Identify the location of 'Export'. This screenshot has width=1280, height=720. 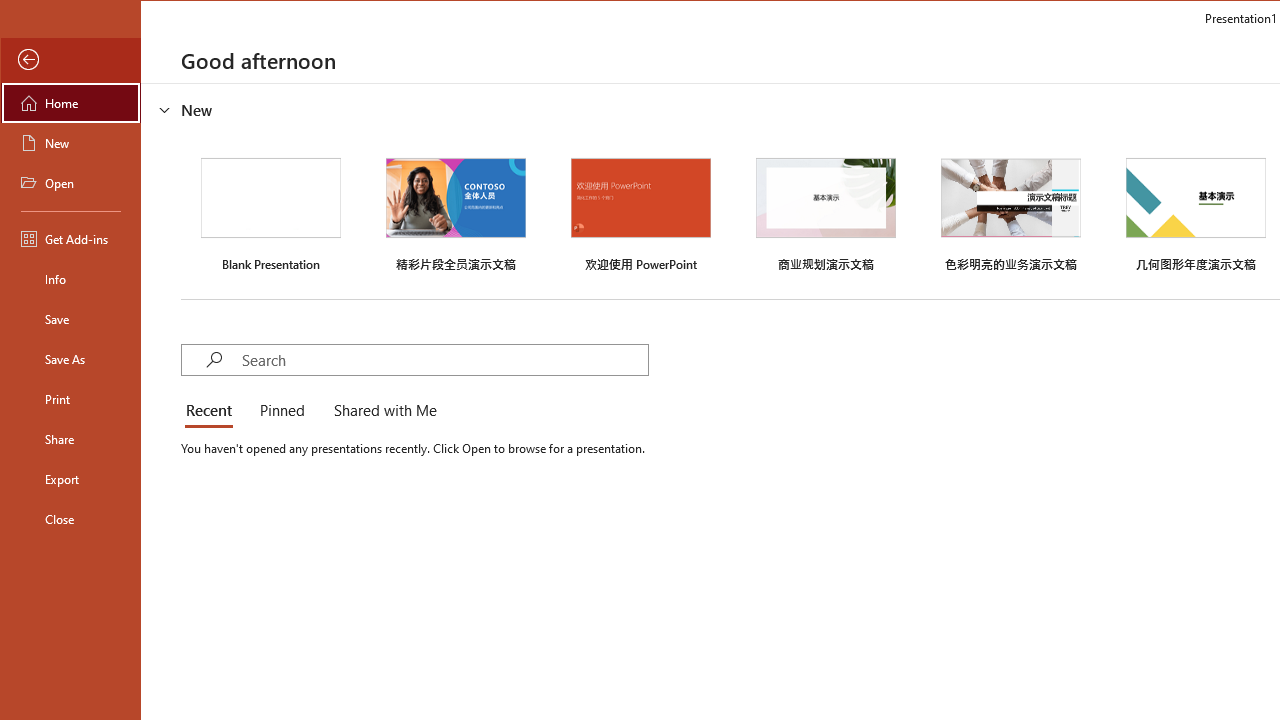
(71, 479).